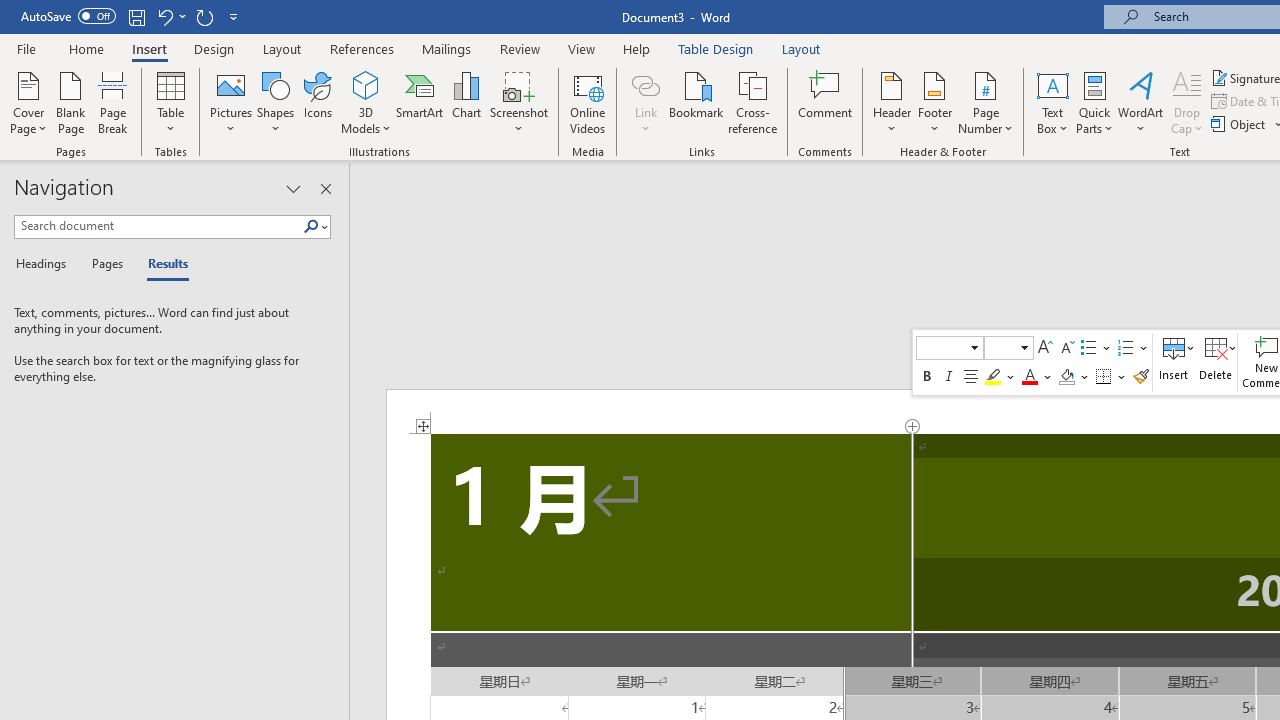 The width and height of the screenshot is (1280, 720). Describe the element at coordinates (104, 264) in the screenshot. I see `'Pages'` at that location.